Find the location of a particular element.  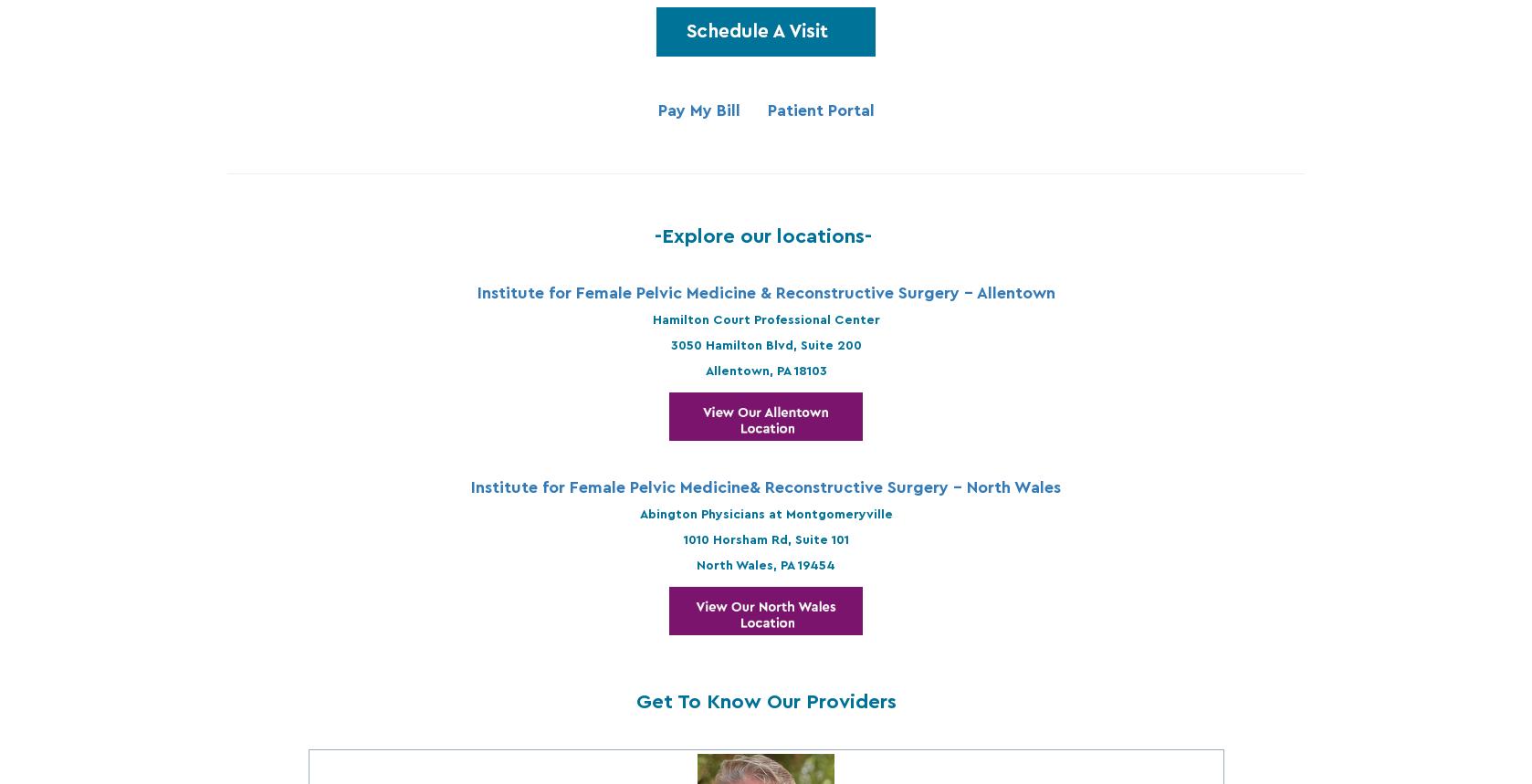

'Institute for Female Pelvic Medicine& Reconstructive Surgery - North Wales' is located at coordinates (469, 486).